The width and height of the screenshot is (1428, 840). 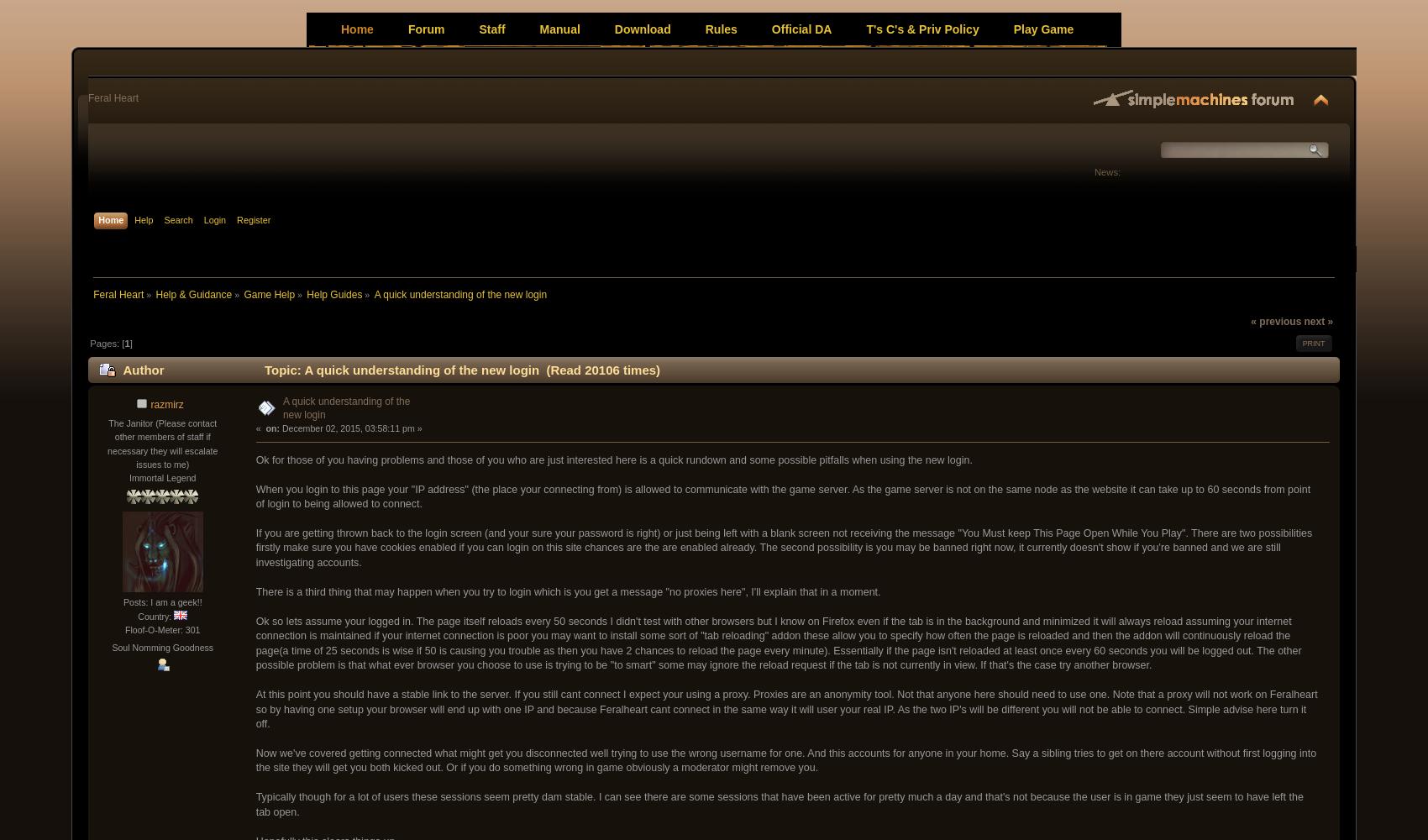 What do you see at coordinates (165, 403) in the screenshot?
I see `'razmirz'` at bounding box center [165, 403].